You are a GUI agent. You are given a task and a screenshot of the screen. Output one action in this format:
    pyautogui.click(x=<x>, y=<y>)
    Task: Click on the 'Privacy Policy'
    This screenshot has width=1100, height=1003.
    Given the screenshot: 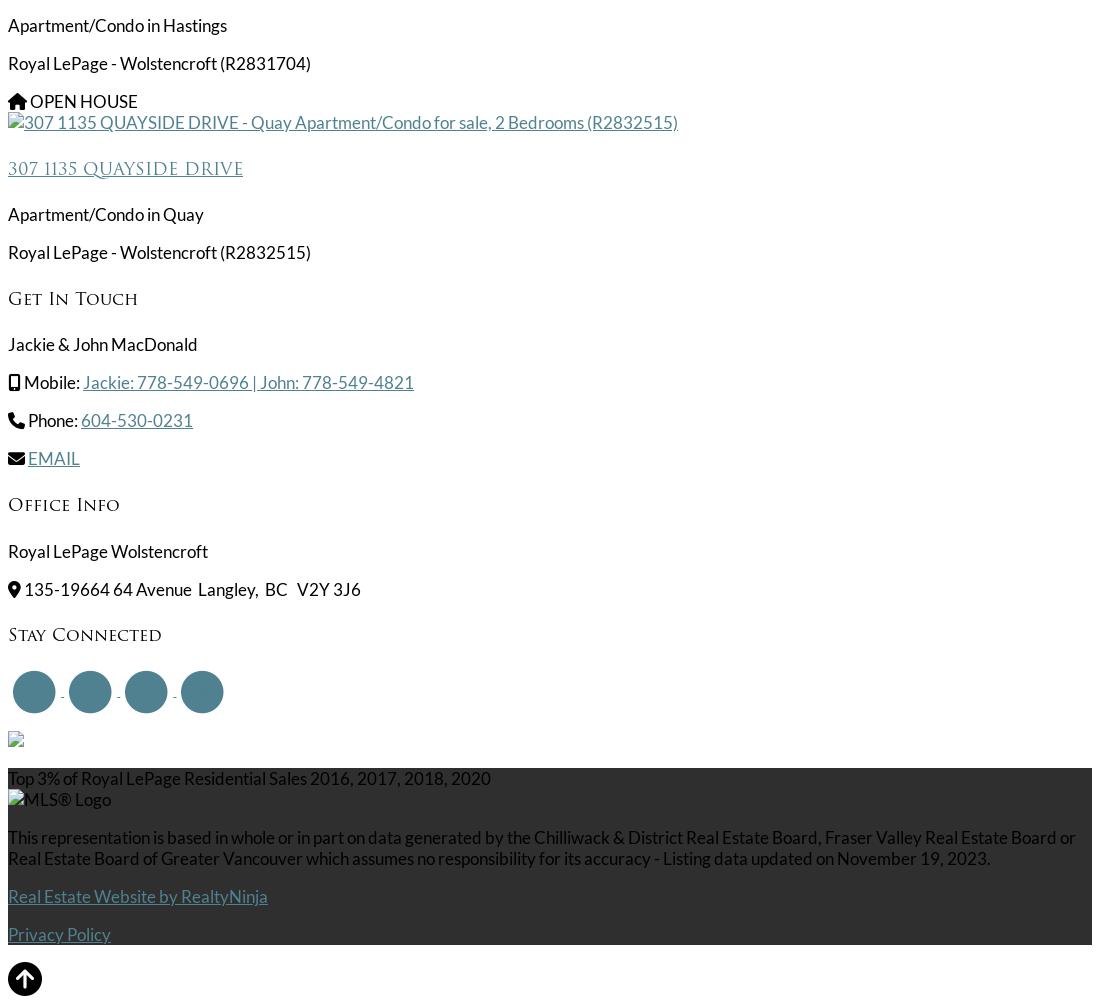 What is the action you would take?
    pyautogui.click(x=58, y=933)
    